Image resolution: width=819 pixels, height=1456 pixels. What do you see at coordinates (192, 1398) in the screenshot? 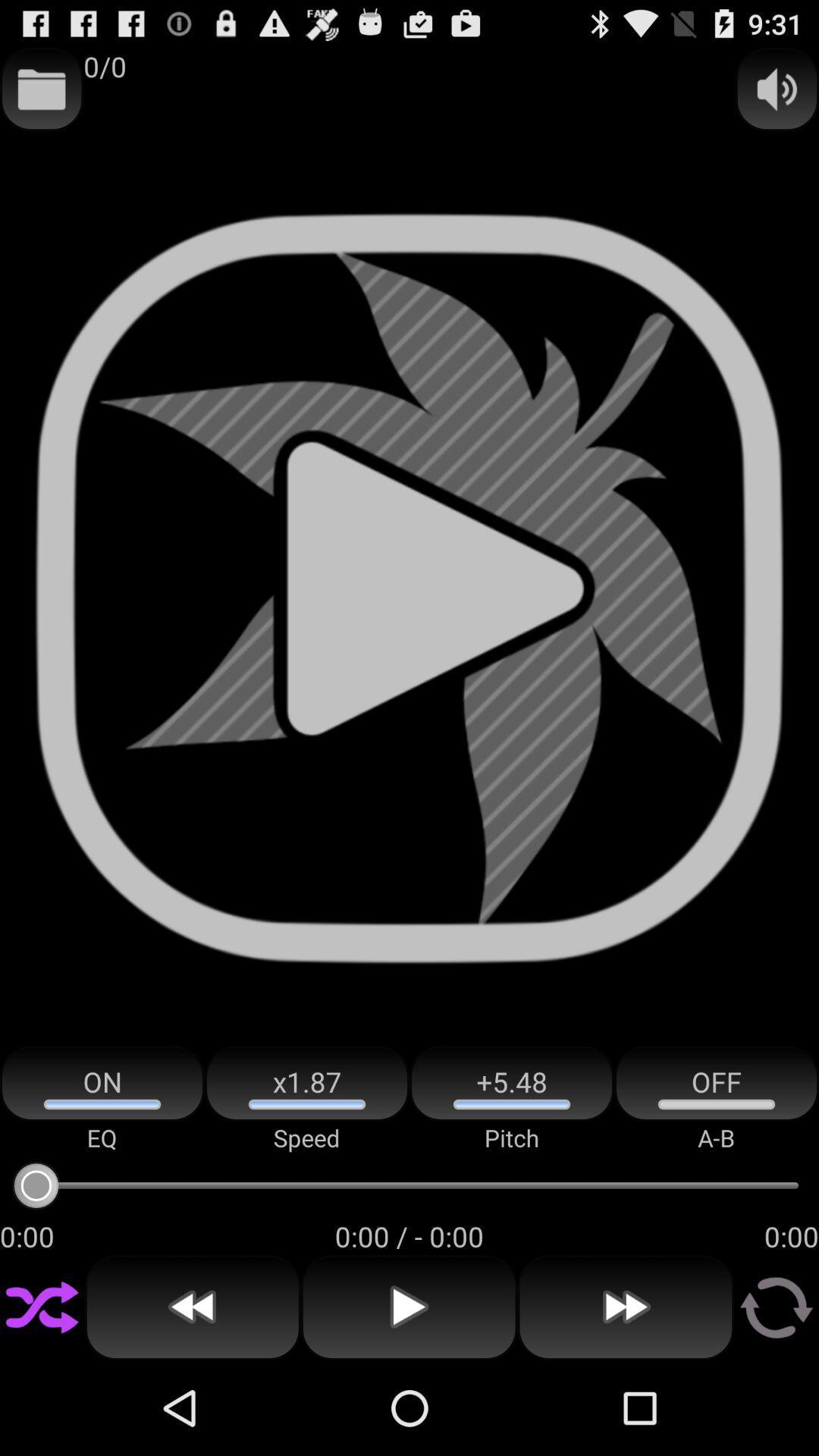
I see `the av_rewind icon` at bounding box center [192, 1398].